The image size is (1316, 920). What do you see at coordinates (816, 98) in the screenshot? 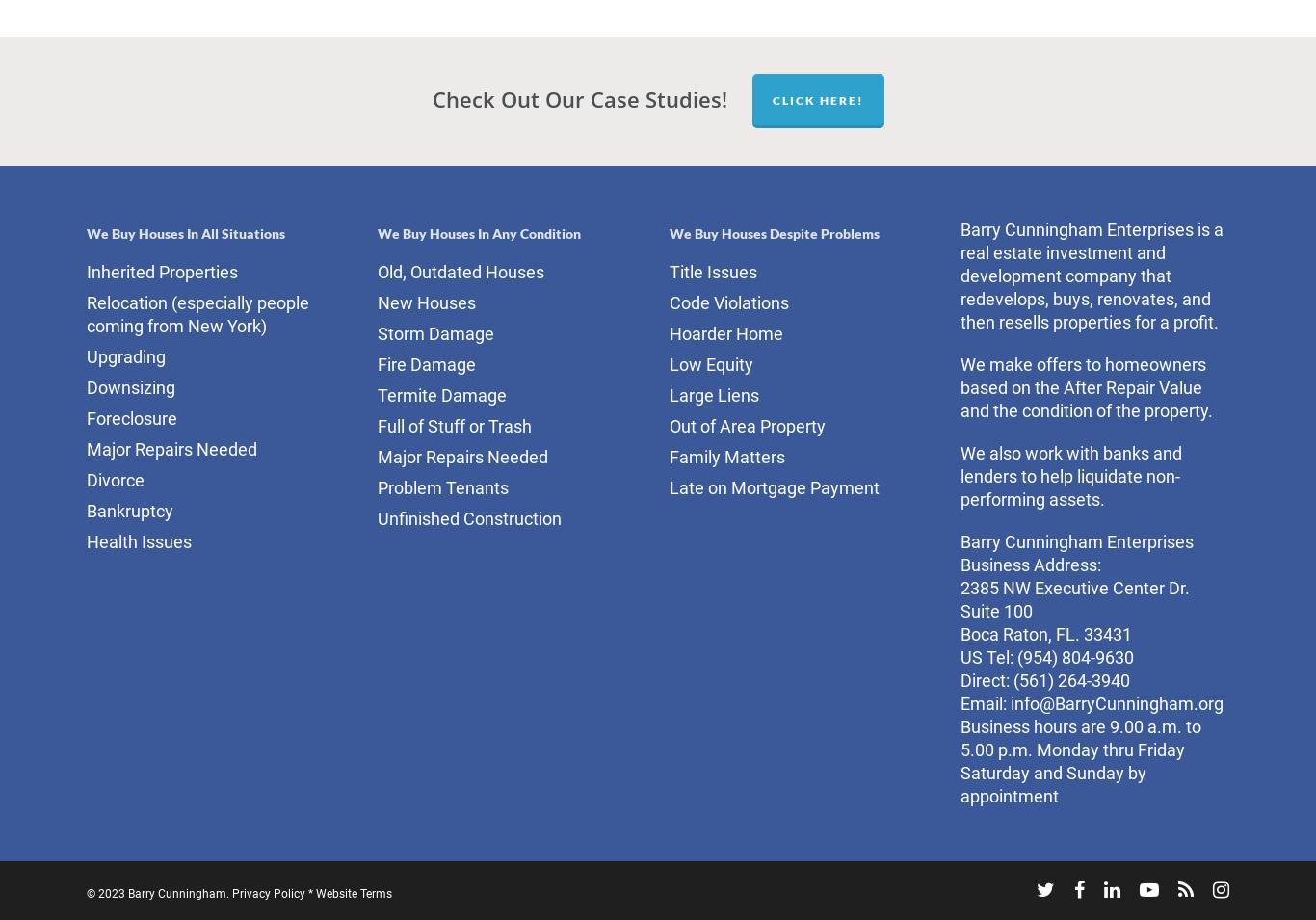
I see `'Click Here!'` at bounding box center [816, 98].